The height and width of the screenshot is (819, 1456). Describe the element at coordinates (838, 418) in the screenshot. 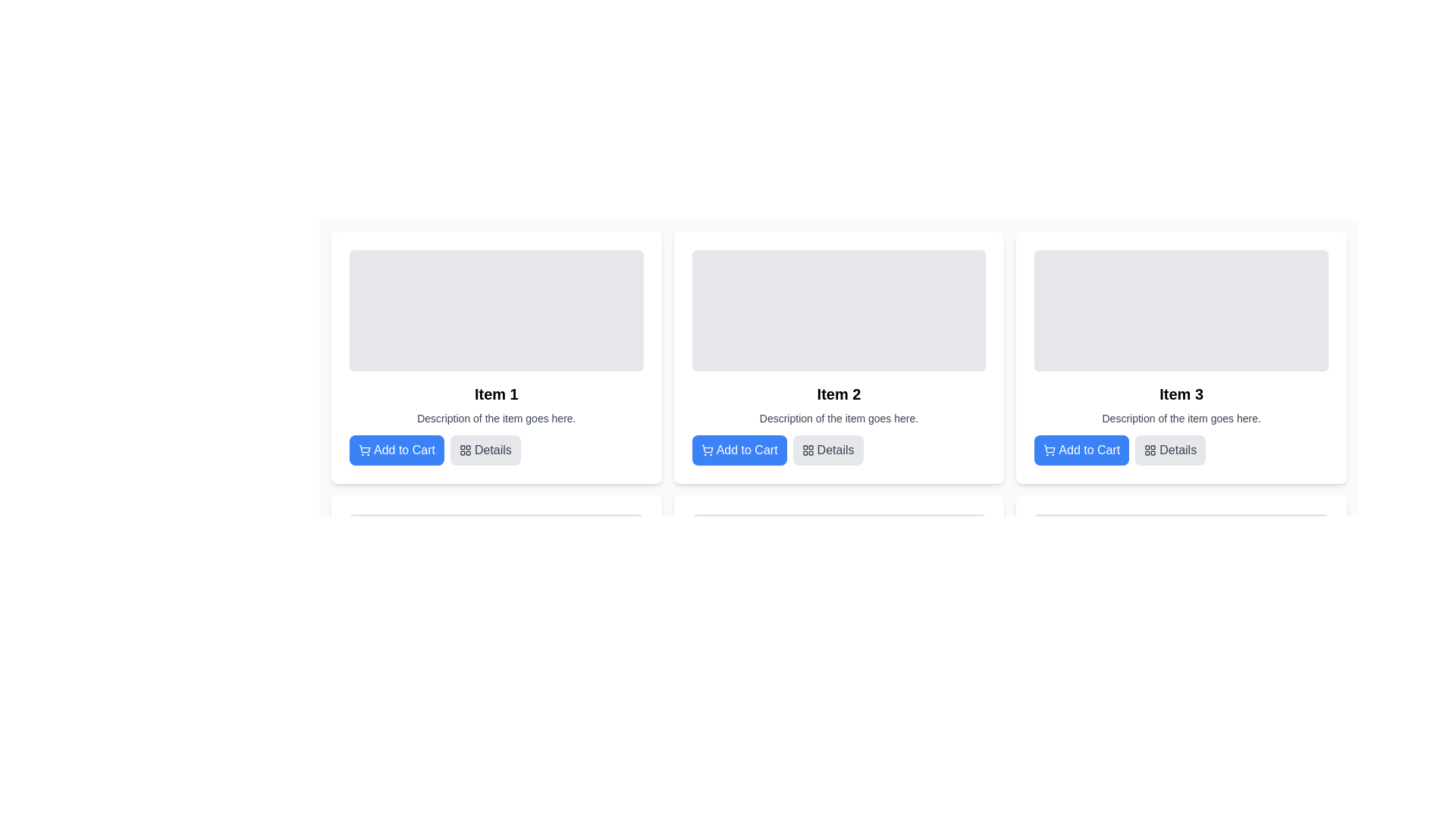

I see `descriptive text styled in a small gray font that reads 'Description of the item goes here.' located beneath the title 'Item 2' and above the action buttons` at that location.